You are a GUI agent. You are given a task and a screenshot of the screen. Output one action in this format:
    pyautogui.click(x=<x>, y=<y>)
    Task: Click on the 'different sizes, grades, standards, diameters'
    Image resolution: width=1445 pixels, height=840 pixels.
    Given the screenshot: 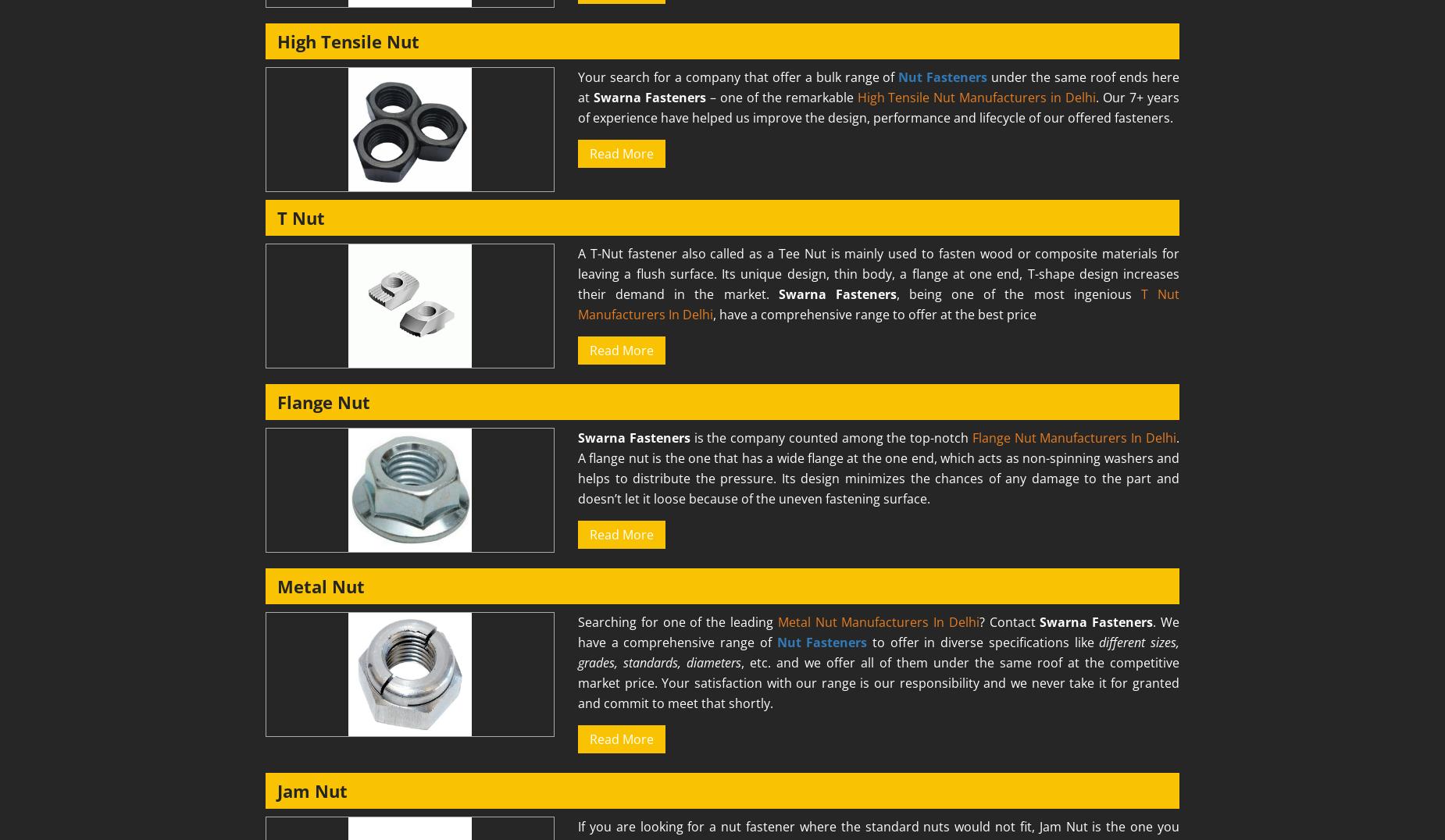 What is the action you would take?
    pyautogui.click(x=877, y=652)
    